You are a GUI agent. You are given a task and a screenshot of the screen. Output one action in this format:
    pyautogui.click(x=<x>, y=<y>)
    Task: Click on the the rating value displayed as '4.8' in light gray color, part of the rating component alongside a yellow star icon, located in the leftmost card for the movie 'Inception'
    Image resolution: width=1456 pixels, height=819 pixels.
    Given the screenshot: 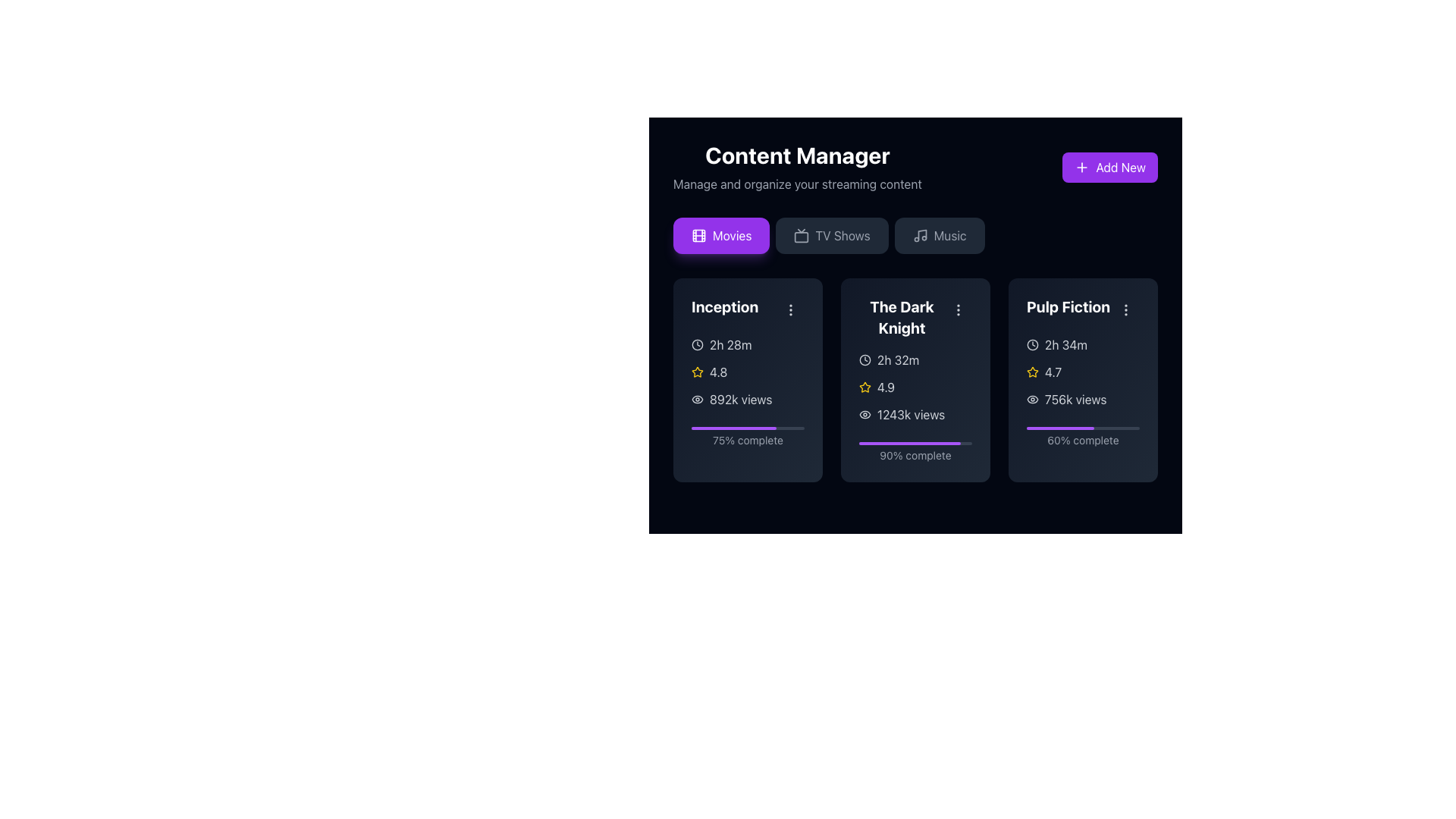 What is the action you would take?
    pyautogui.click(x=717, y=372)
    